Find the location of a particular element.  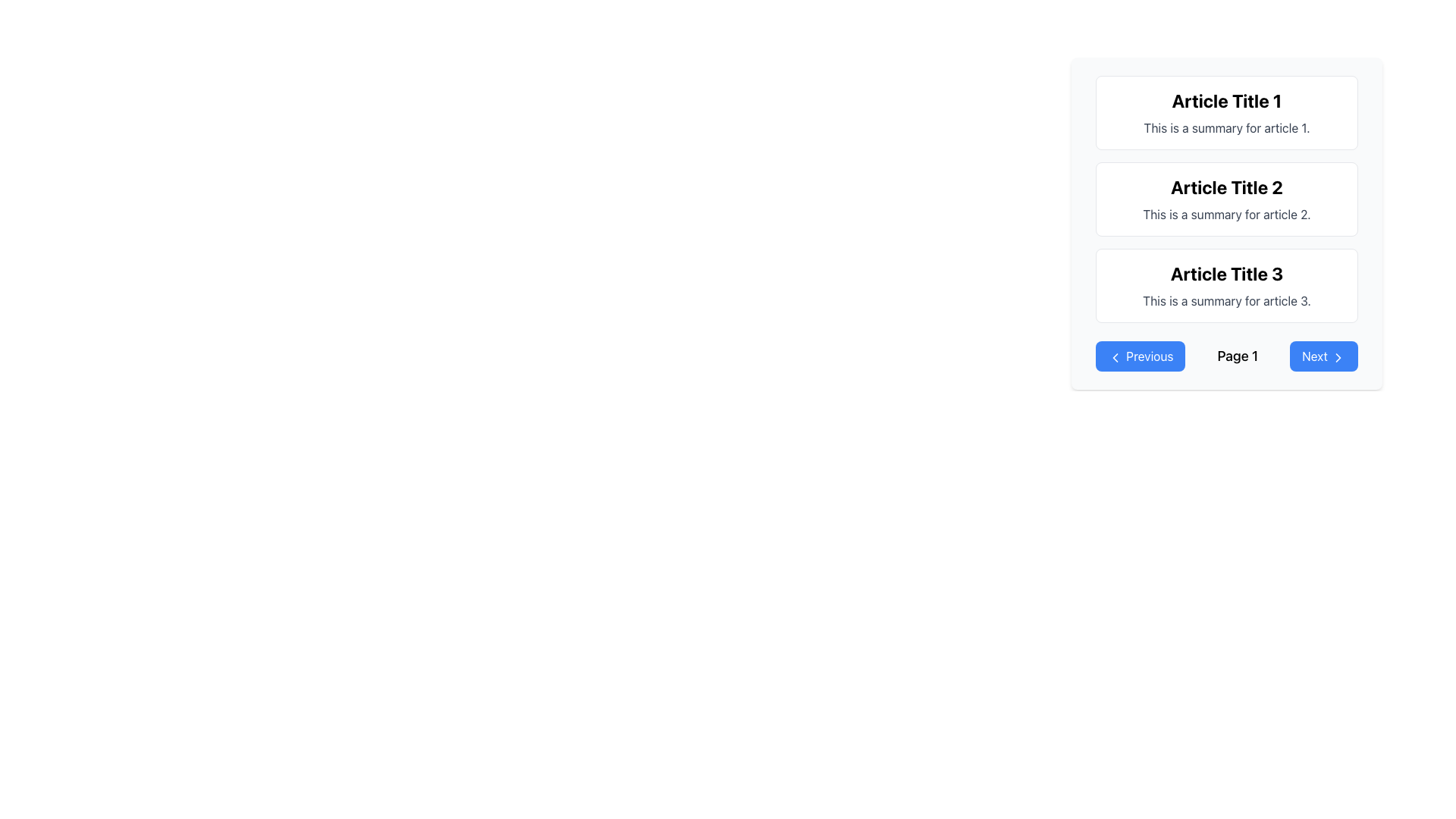

the text label that summarizes the article titled 'Article Title 1' is located at coordinates (1226, 127).